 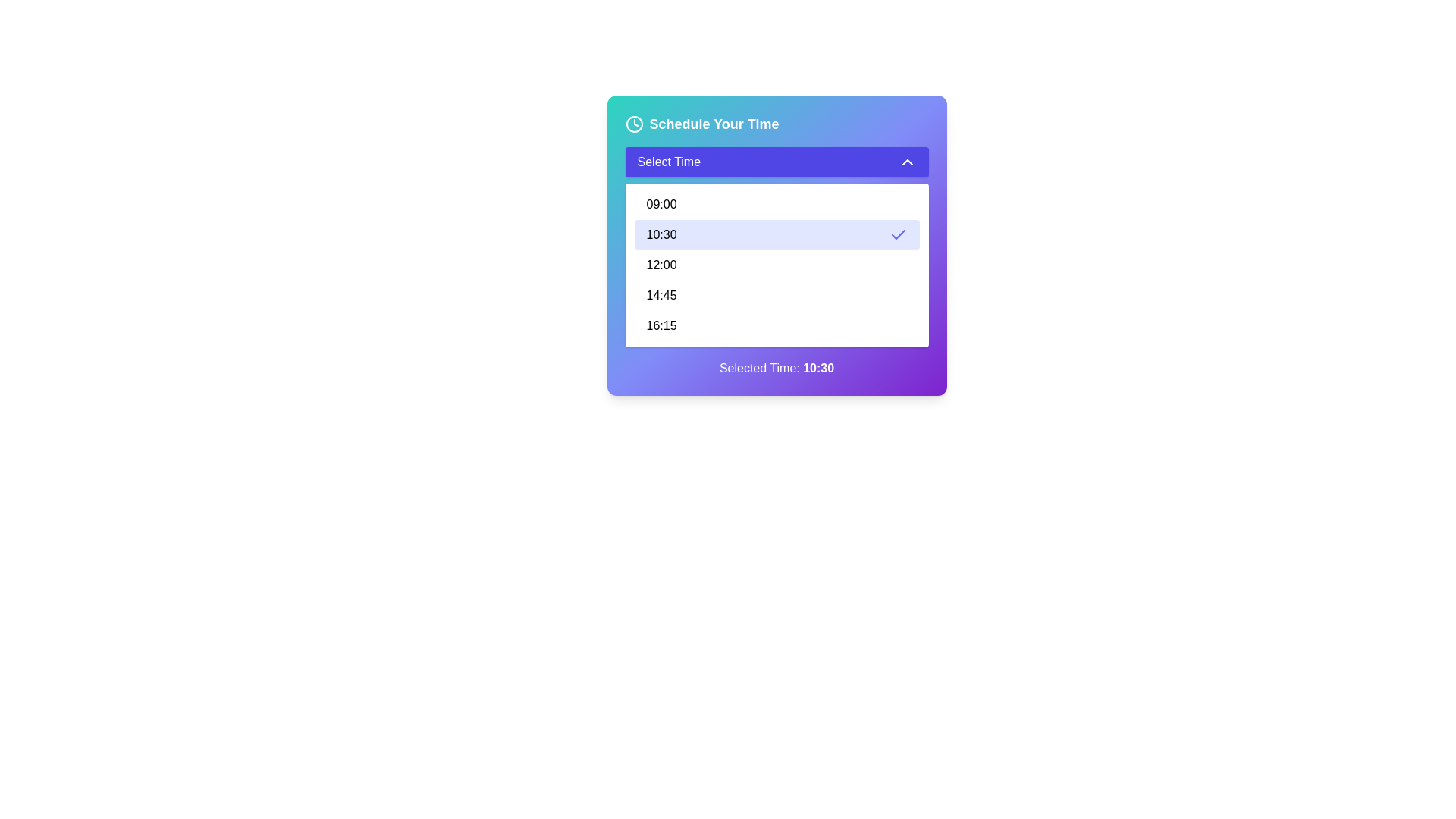 What do you see at coordinates (668, 162) in the screenshot?
I see `text content of the label indicating the purpose of the dropdown menu for selecting a time value, located at the center of the dropdown button` at bounding box center [668, 162].